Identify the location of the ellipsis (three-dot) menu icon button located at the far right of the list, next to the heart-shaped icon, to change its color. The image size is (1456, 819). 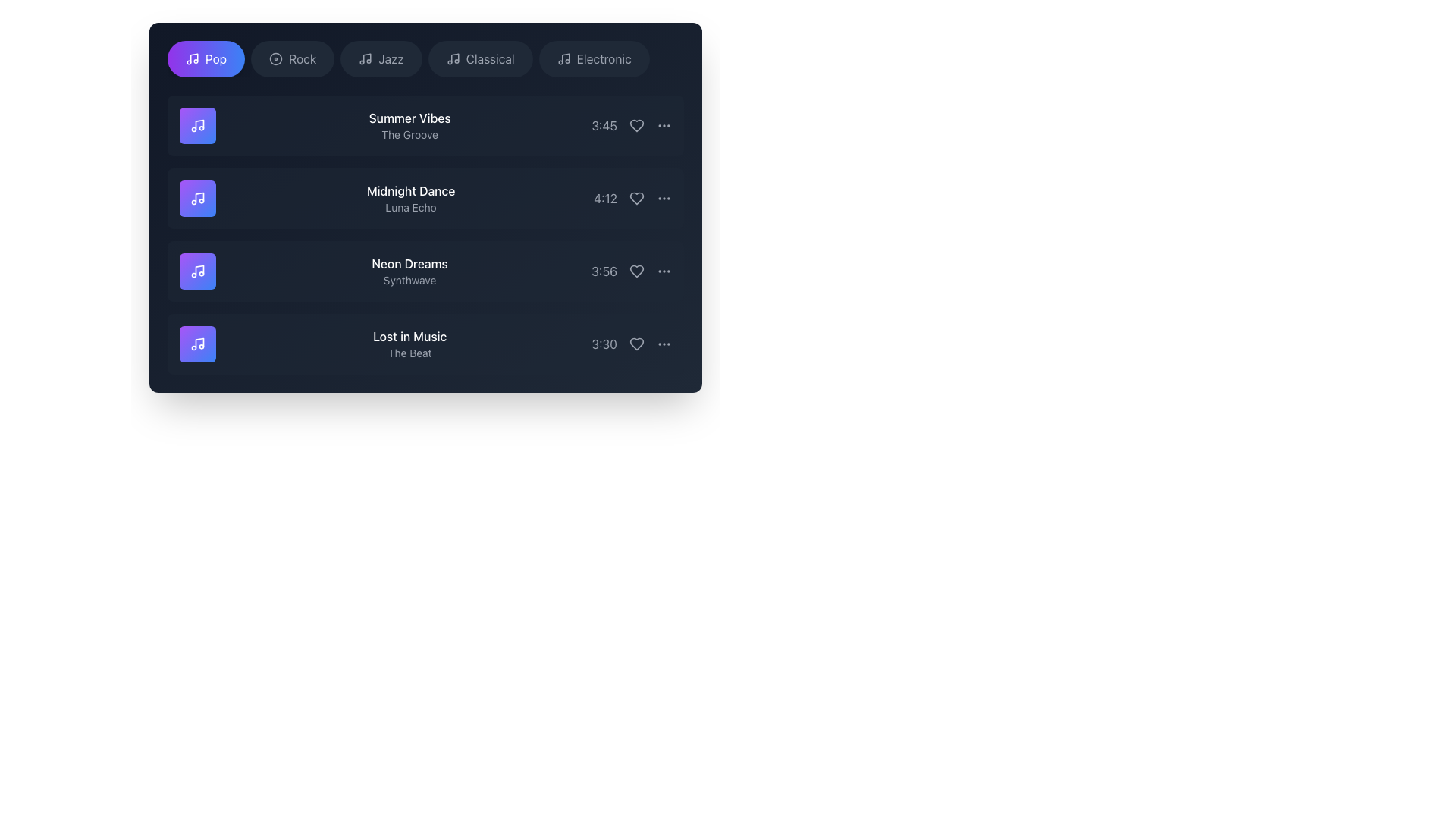
(664, 124).